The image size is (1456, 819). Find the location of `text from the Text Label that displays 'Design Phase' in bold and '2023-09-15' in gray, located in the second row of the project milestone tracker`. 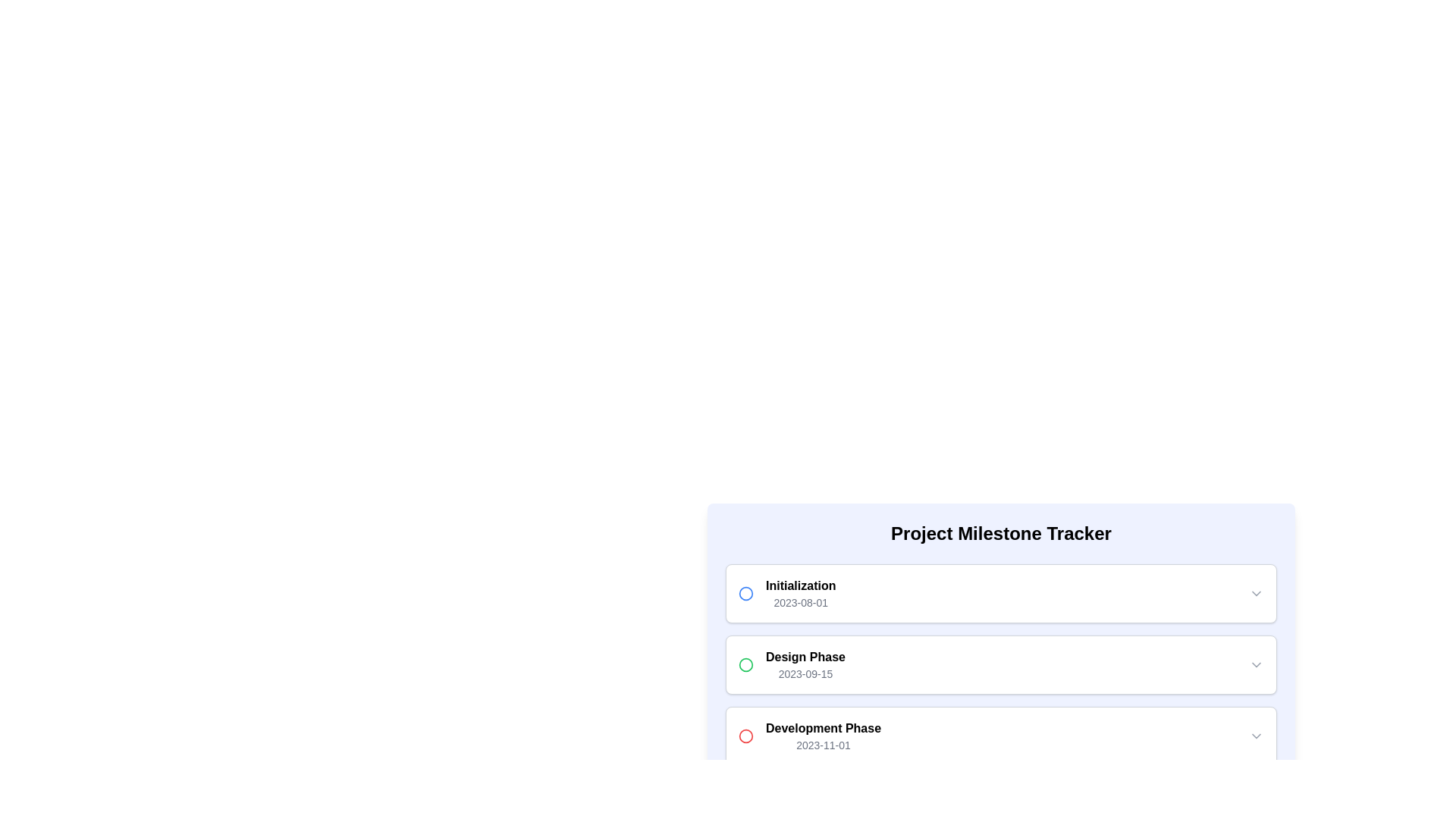

text from the Text Label that displays 'Design Phase' in bold and '2023-09-15' in gray, located in the second row of the project milestone tracker is located at coordinates (805, 664).